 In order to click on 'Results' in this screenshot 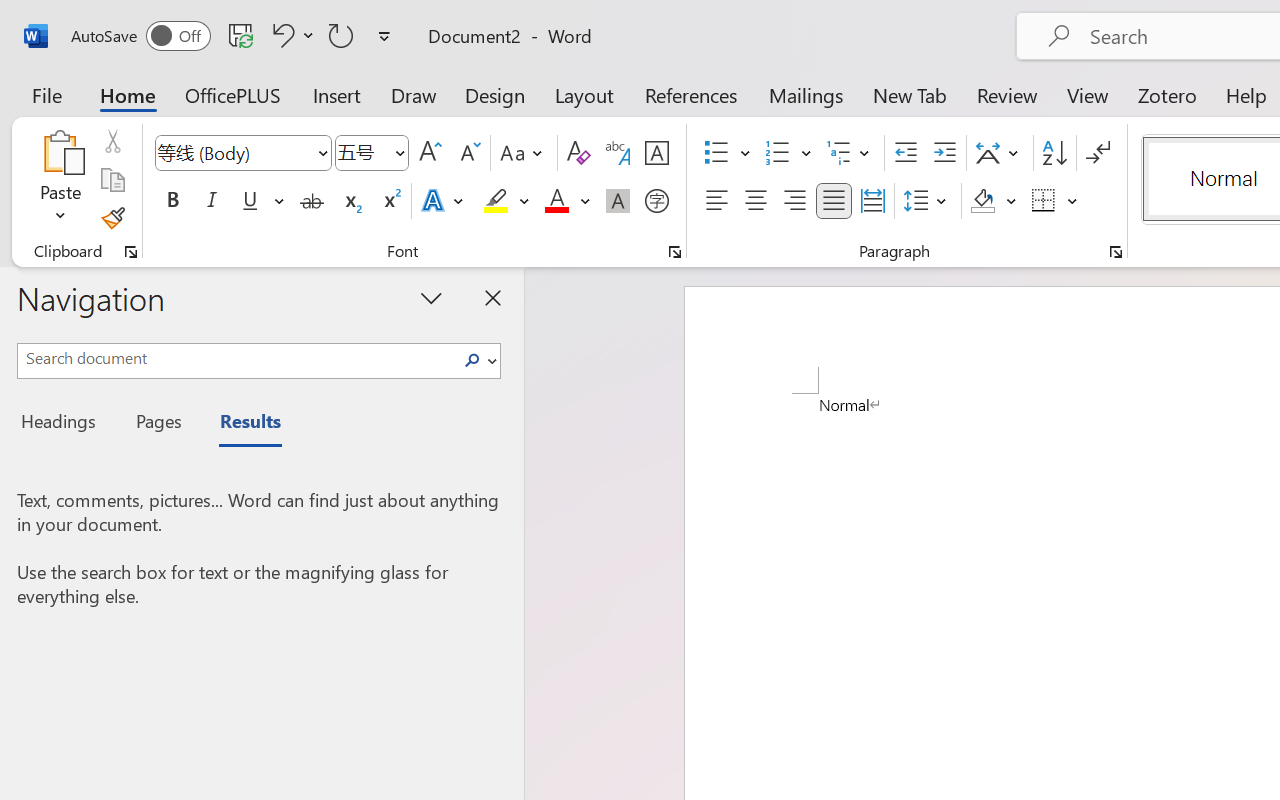, I will do `click(240, 424)`.